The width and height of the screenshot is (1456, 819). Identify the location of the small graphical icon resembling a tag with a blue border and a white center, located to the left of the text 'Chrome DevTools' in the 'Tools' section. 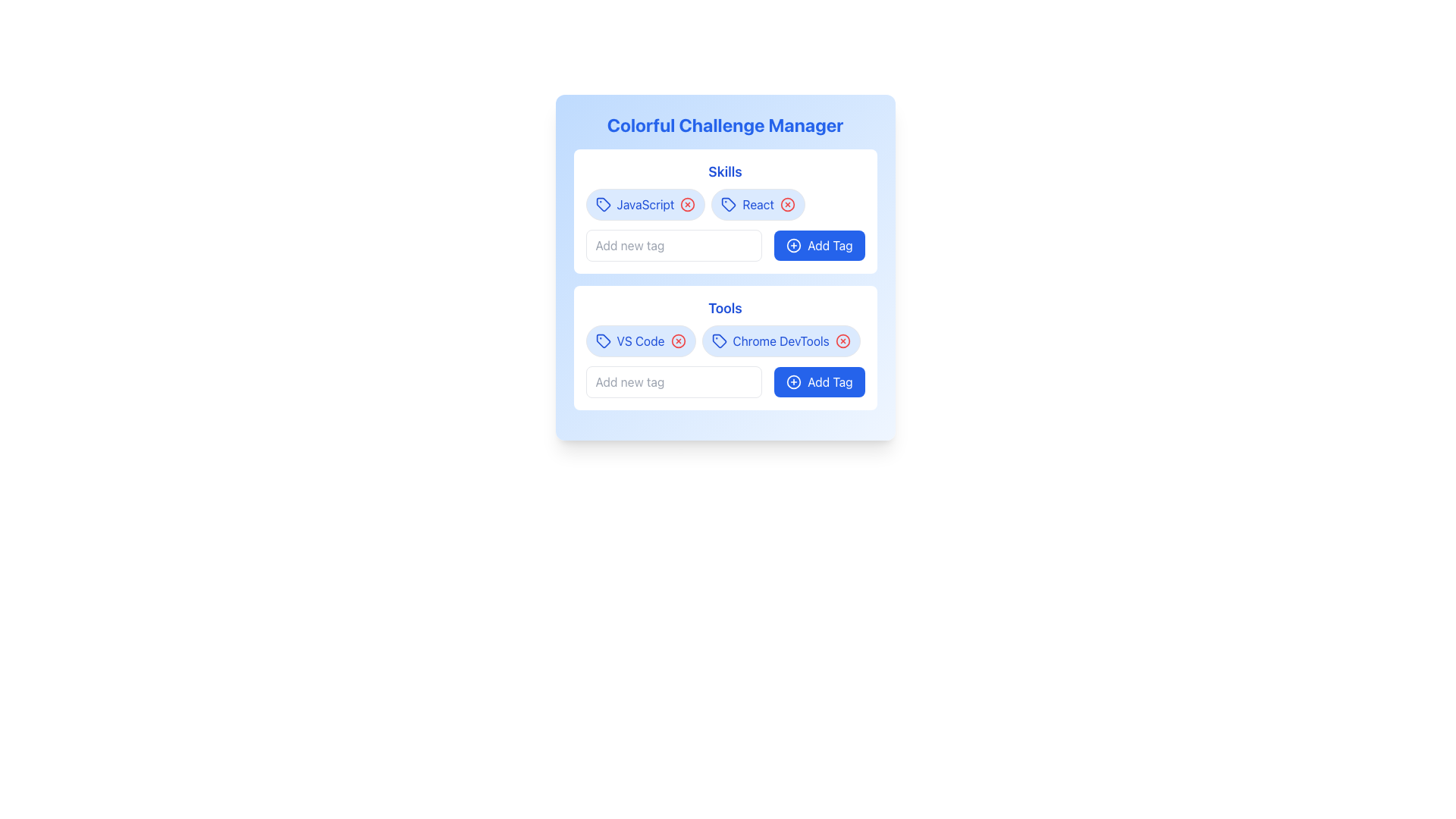
(718, 341).